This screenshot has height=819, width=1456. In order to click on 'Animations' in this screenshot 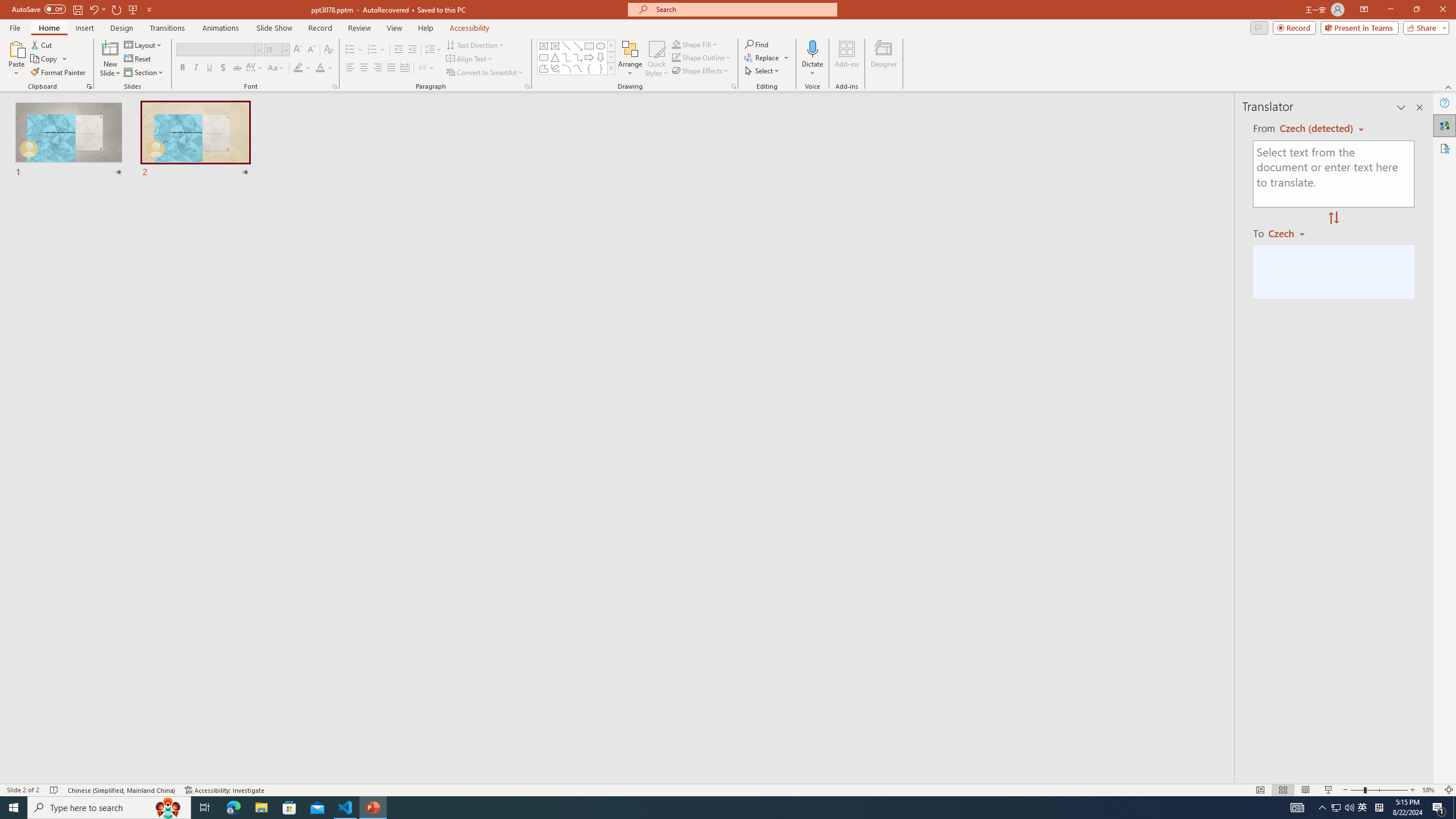, I will do `click(220, 28)`.